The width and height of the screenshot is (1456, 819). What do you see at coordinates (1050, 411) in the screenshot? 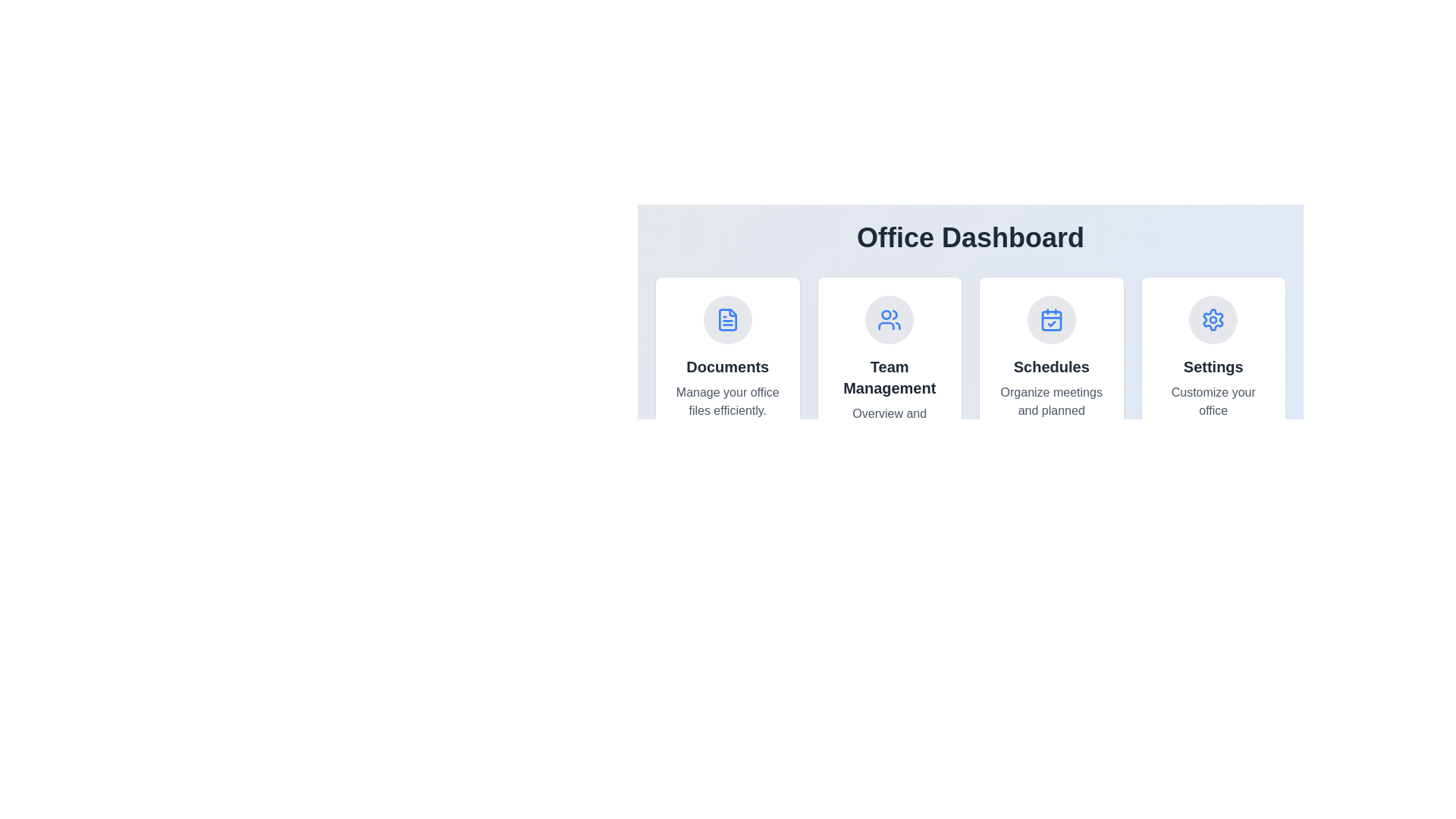
I see `the text label displaying 'Organize meetings and planned events.' located in the 'Schedules' card, which is the third card from the left in the grid layout` at bounding box center [1050, 411].